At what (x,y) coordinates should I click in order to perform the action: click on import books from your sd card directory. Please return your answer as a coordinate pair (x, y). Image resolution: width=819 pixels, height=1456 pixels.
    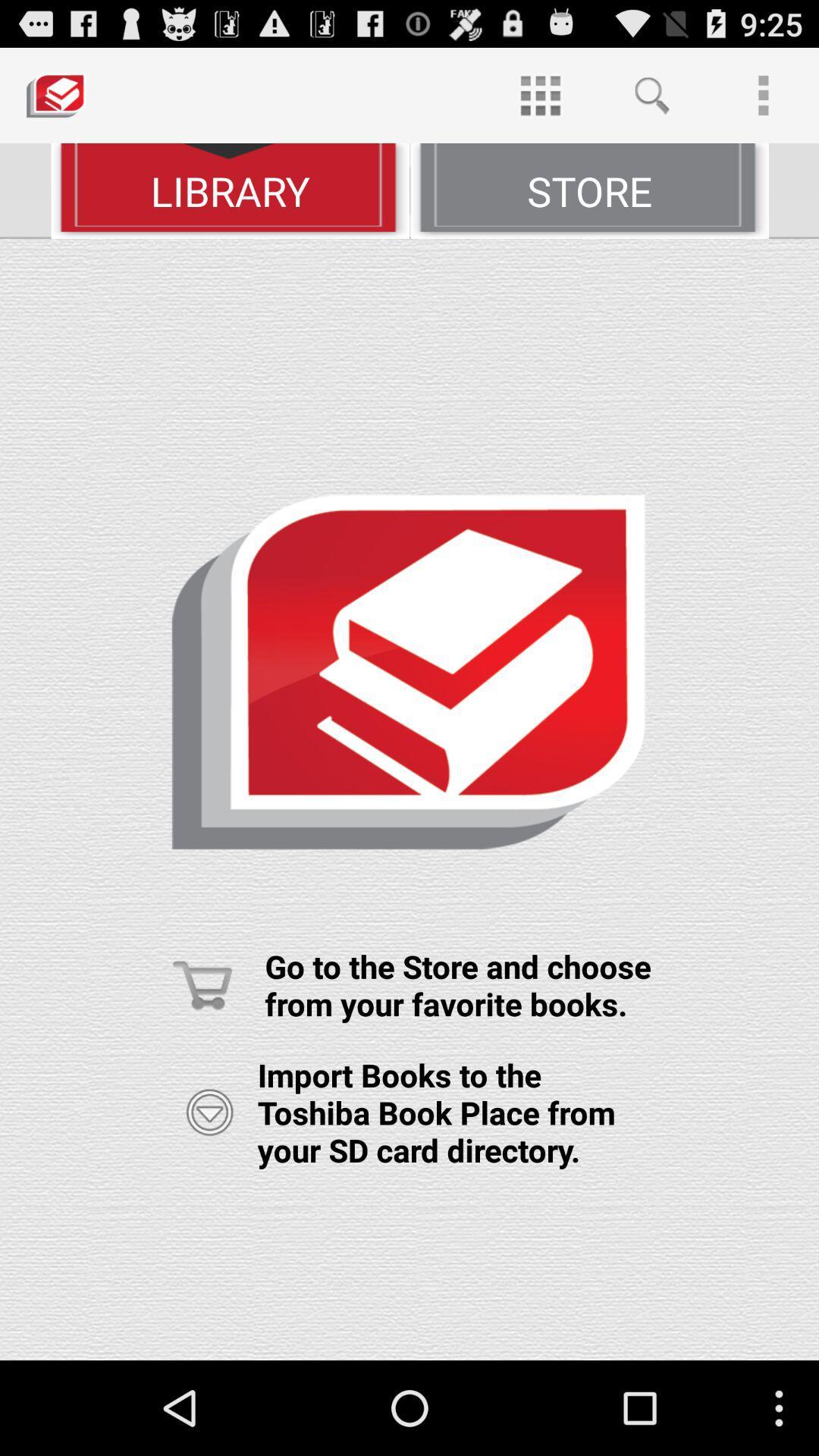
    Looking at the image, I should click on (209, 1112).